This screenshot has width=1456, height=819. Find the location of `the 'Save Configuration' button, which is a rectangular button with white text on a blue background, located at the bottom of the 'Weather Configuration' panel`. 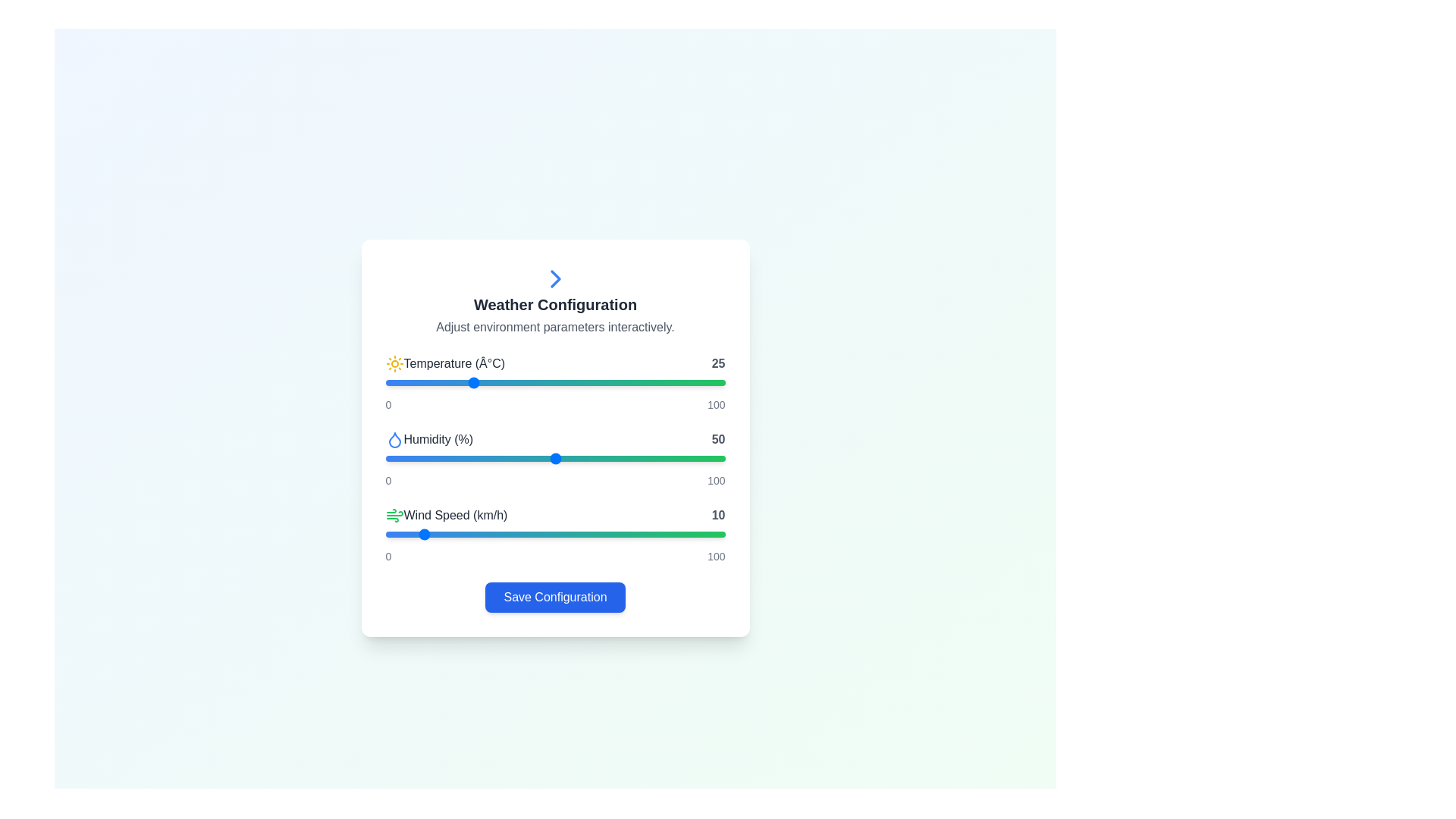

the 'Save Configuration' button, which is a rectangular button with white text on a blue background, located at the bottom of the 'Weather Configuration' panel is located at coordinates (554, 596).